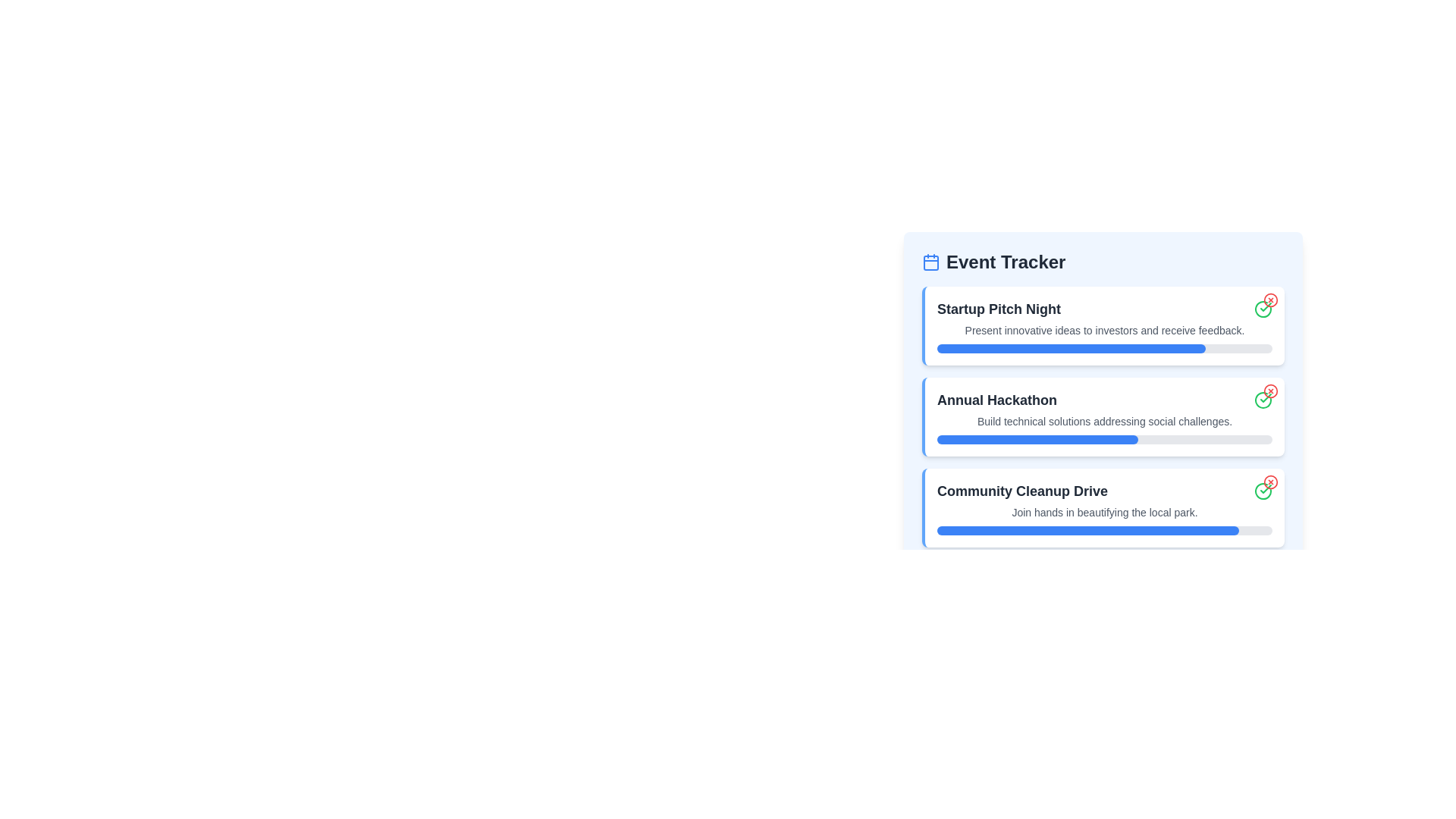 This screenshot has width=1456, height=819. What do you see at coordinates (1070, 348) in the screenshot?
I see `the horizontal blue progress indicator representing 80% completion in the 'Startup Pitch Night' section of the 'Event Tracker'` at bounding box center [1070, 348].